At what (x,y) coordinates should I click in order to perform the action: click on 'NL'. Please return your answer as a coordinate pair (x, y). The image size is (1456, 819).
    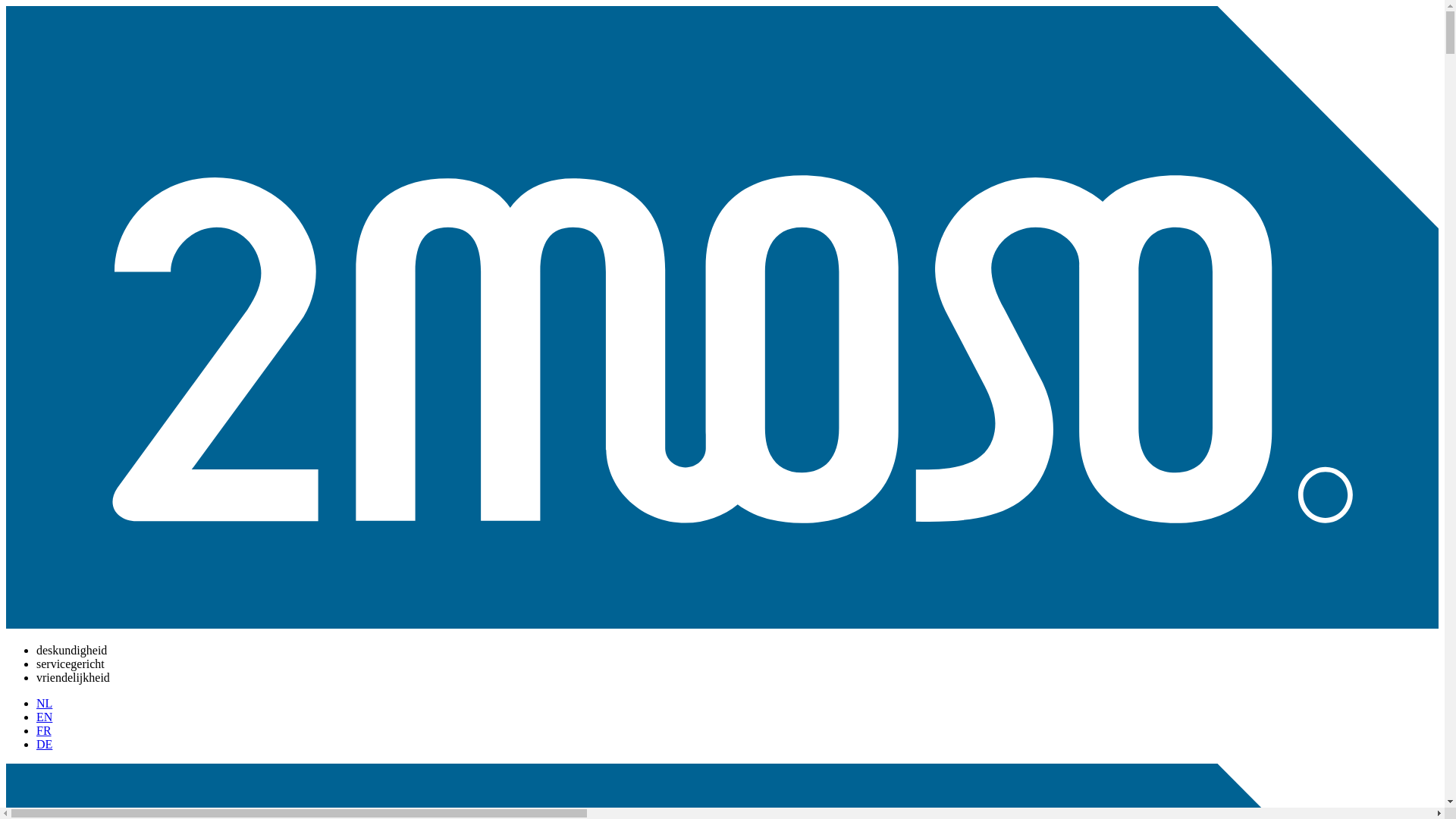
    Looking at the image, I should click on (44, 703).